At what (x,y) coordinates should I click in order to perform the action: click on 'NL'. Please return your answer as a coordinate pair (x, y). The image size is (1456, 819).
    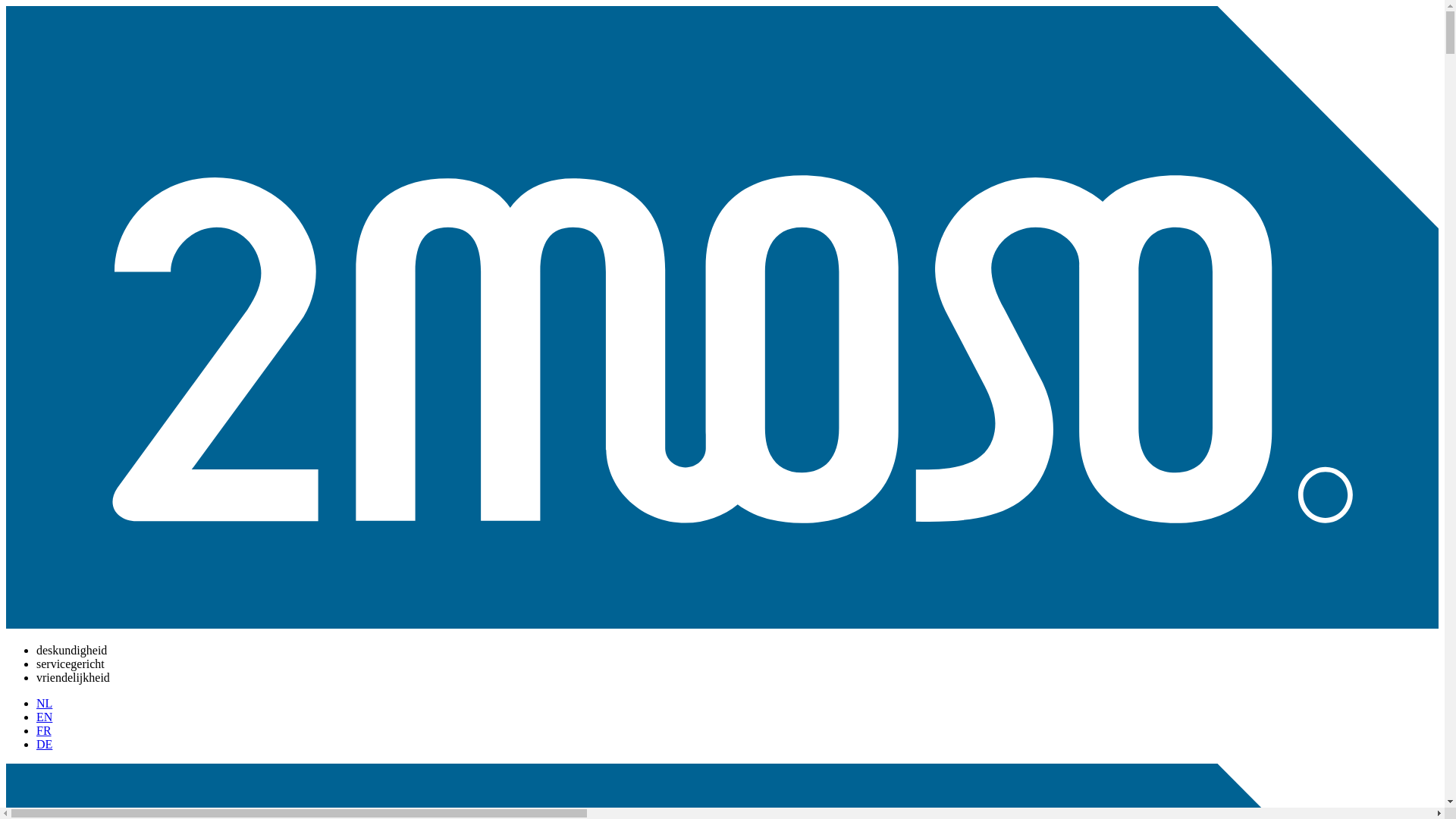
    Looking at the image, I should click on (44, 703).